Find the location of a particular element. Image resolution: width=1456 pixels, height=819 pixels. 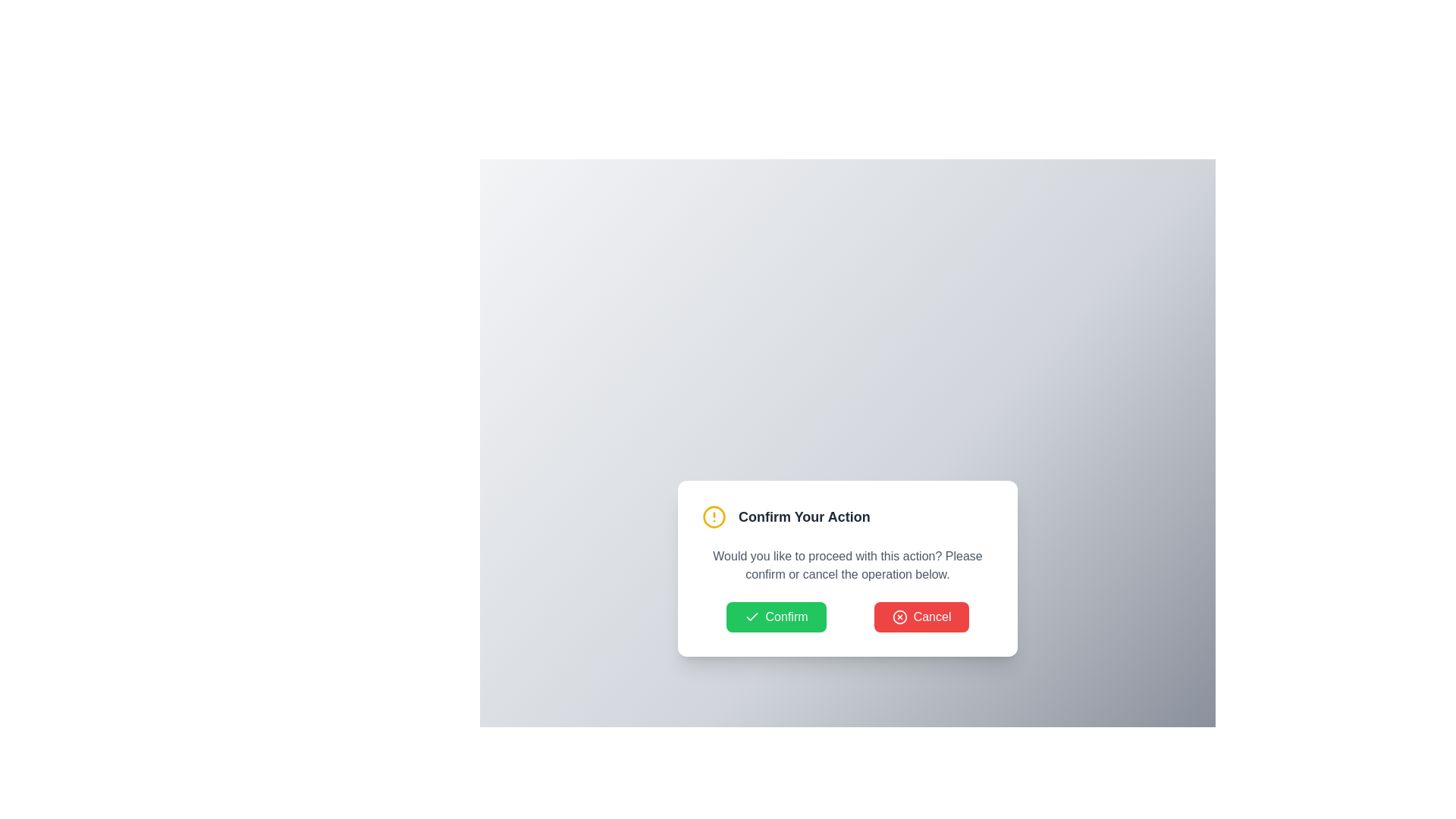

the heading element of the modal dialog that confirms an action, which is located near the top and is visually paired with a warning icon is located at coordinates (803, 516).